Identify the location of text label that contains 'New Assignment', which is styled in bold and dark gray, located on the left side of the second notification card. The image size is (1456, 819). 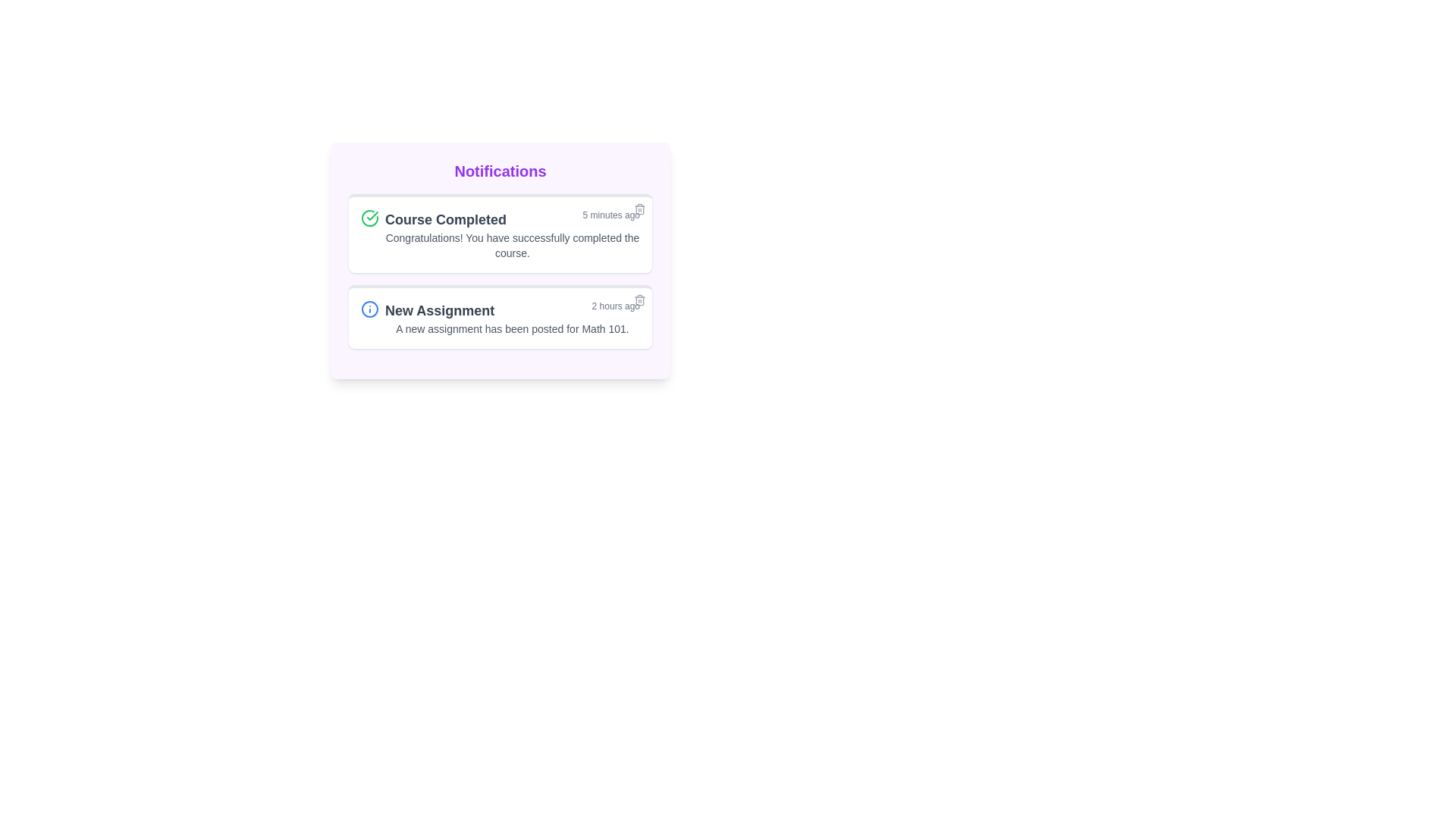
(439, 309).